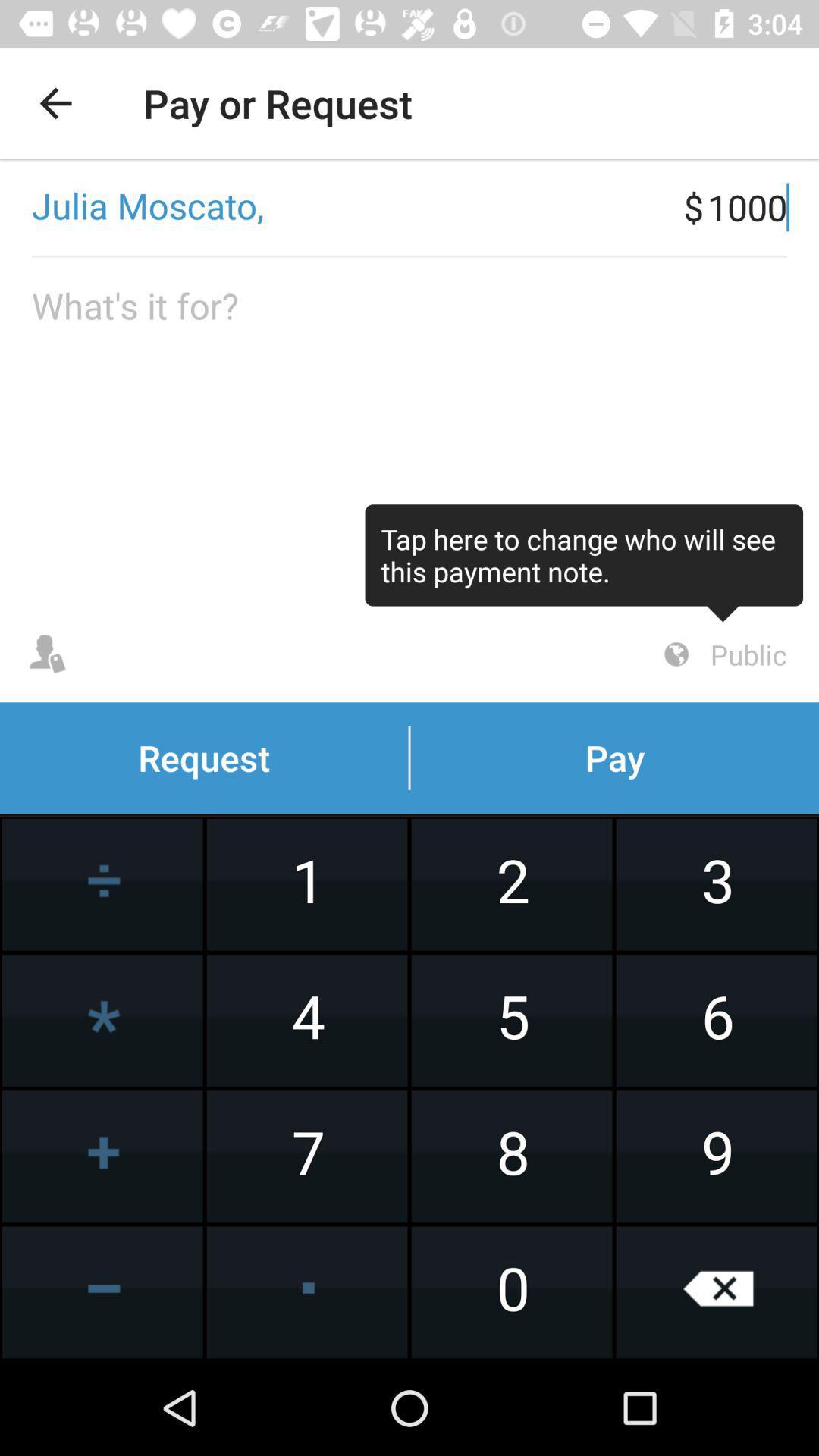 The image size is (819, 1456). I want to click on item next to the request item, so click(722, 654).